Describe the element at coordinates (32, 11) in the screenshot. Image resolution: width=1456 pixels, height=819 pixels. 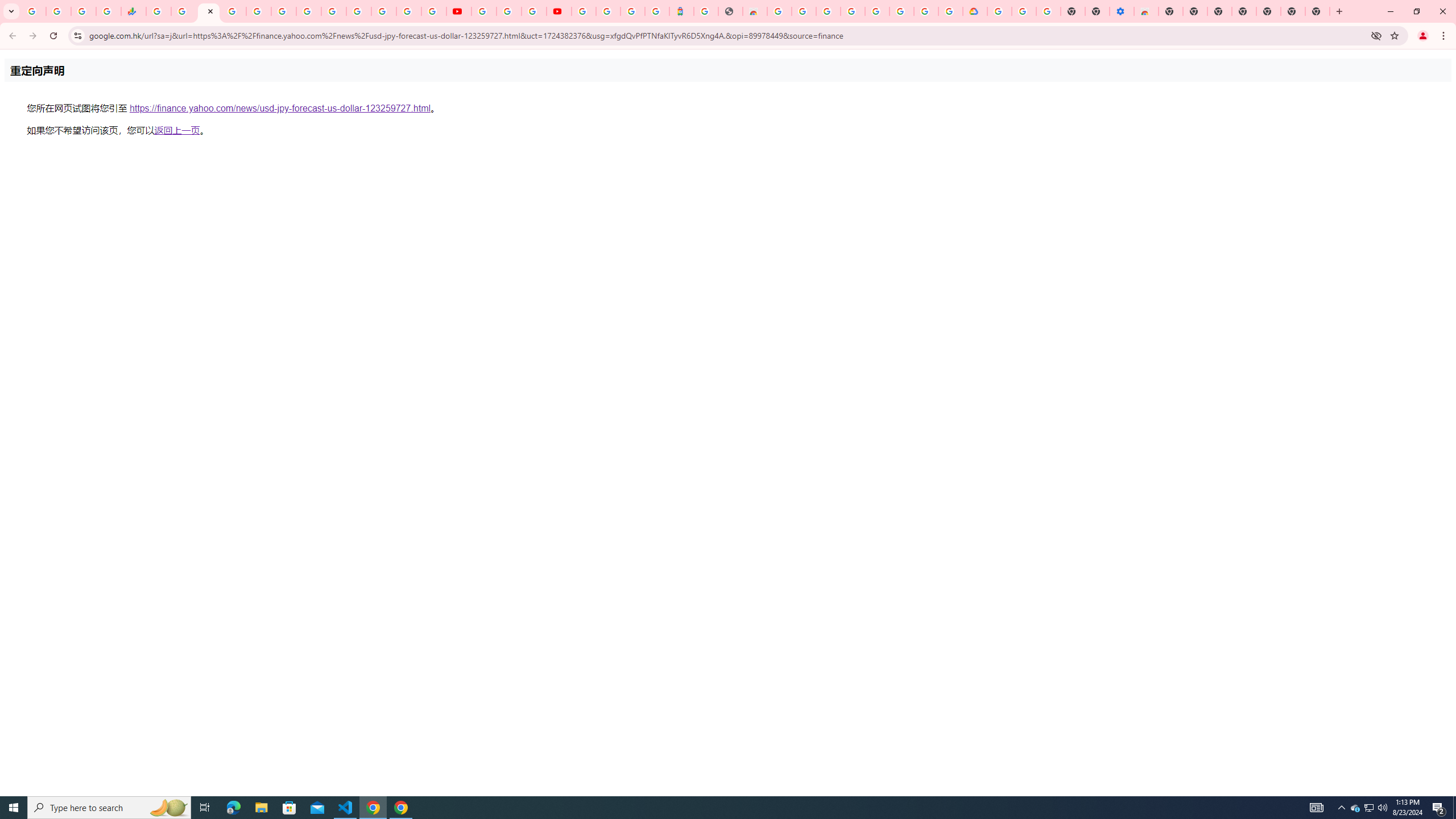
I see `'Google Workspace Admin Community'` at that location.